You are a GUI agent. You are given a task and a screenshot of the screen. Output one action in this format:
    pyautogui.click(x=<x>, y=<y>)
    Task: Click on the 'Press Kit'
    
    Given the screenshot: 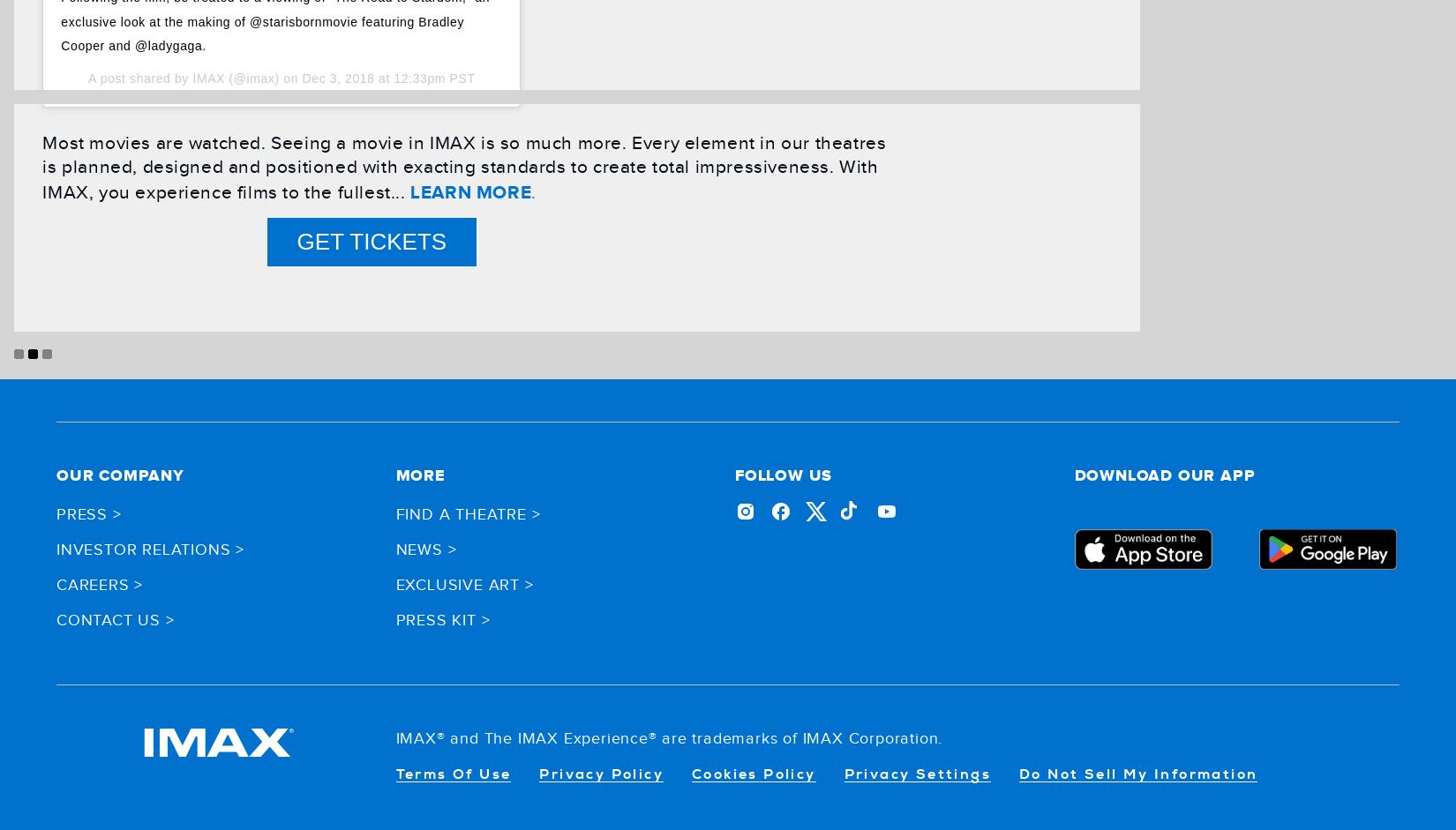 What is the action you would take?
    pyautogui.click(x=434, y=619)
    